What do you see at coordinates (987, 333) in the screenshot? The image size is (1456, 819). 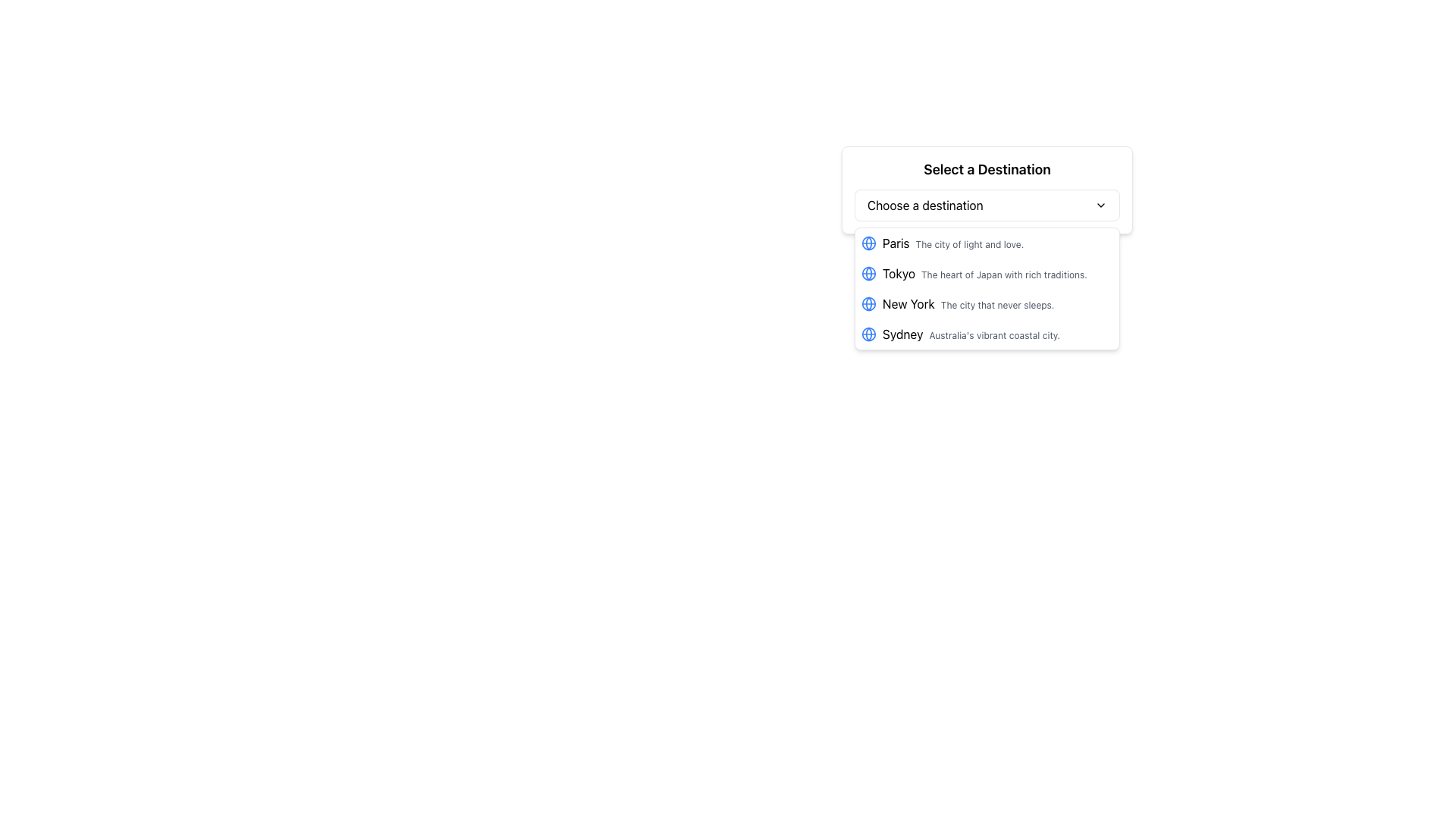 I see `the dropdown menu item labeled 'Sydney'` at bounding box center [987, 333].